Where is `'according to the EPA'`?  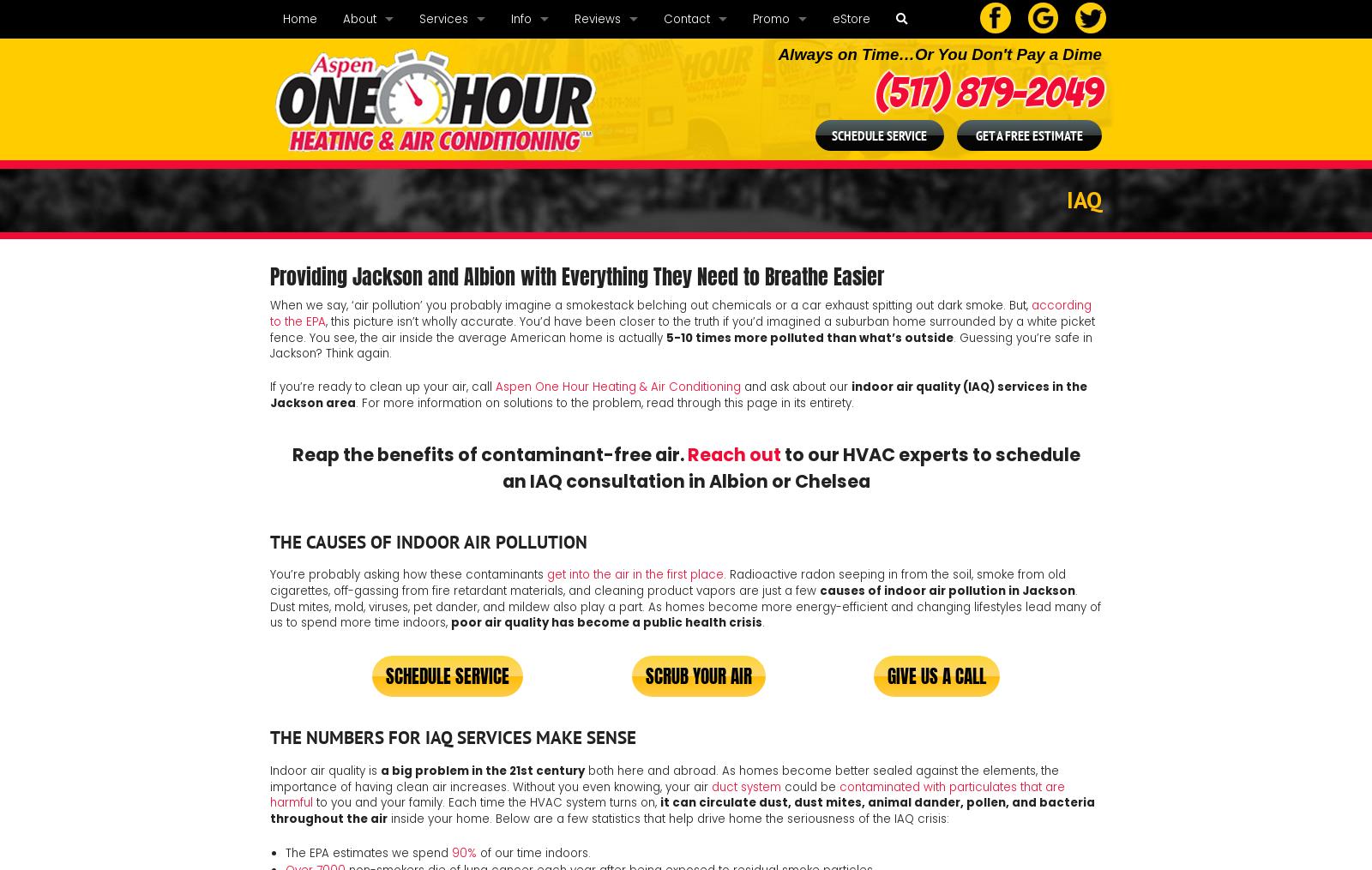 'according to the EPA' is located at coordinates (270, 313).